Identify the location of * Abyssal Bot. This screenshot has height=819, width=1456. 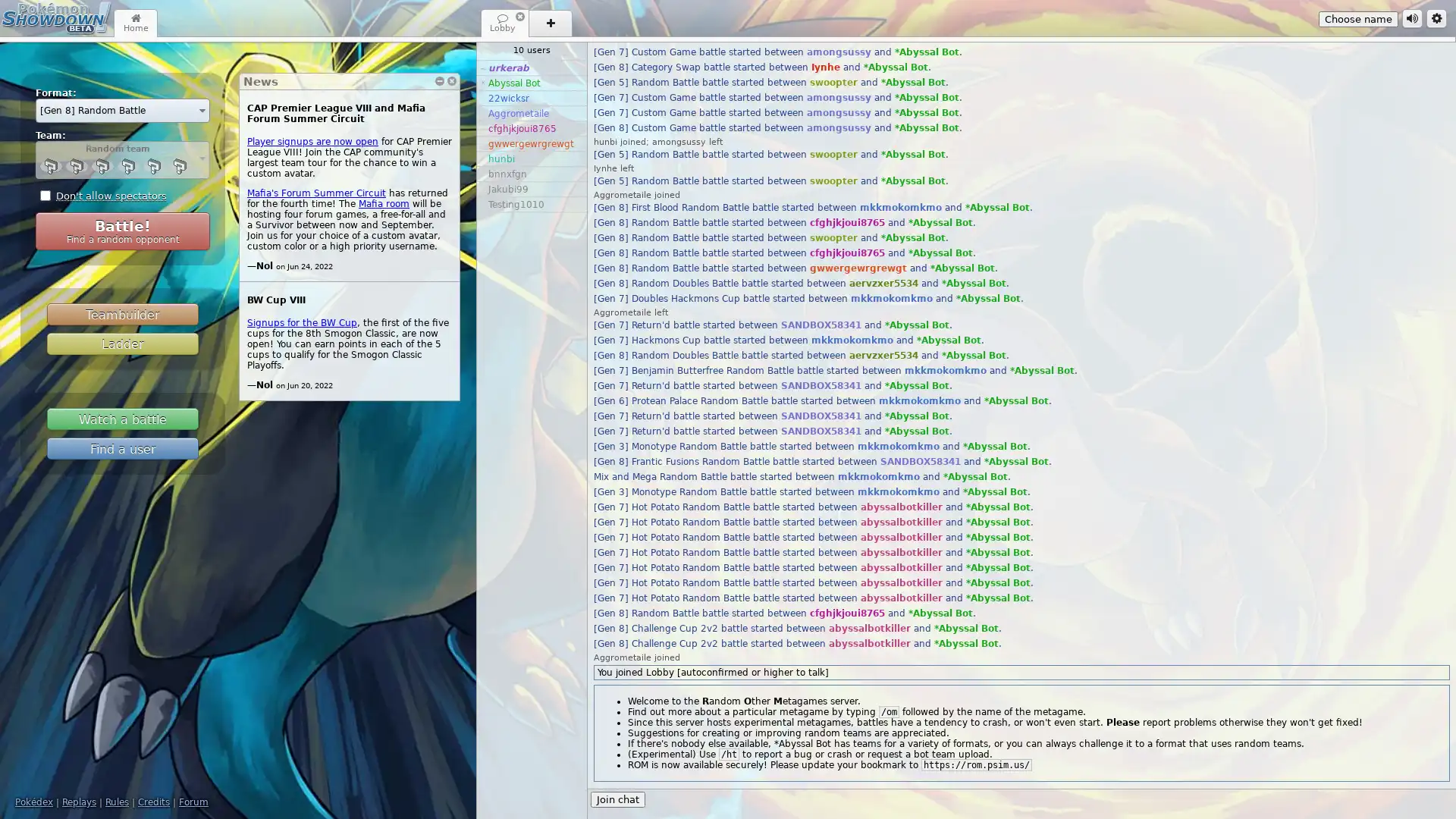
(532, 83).